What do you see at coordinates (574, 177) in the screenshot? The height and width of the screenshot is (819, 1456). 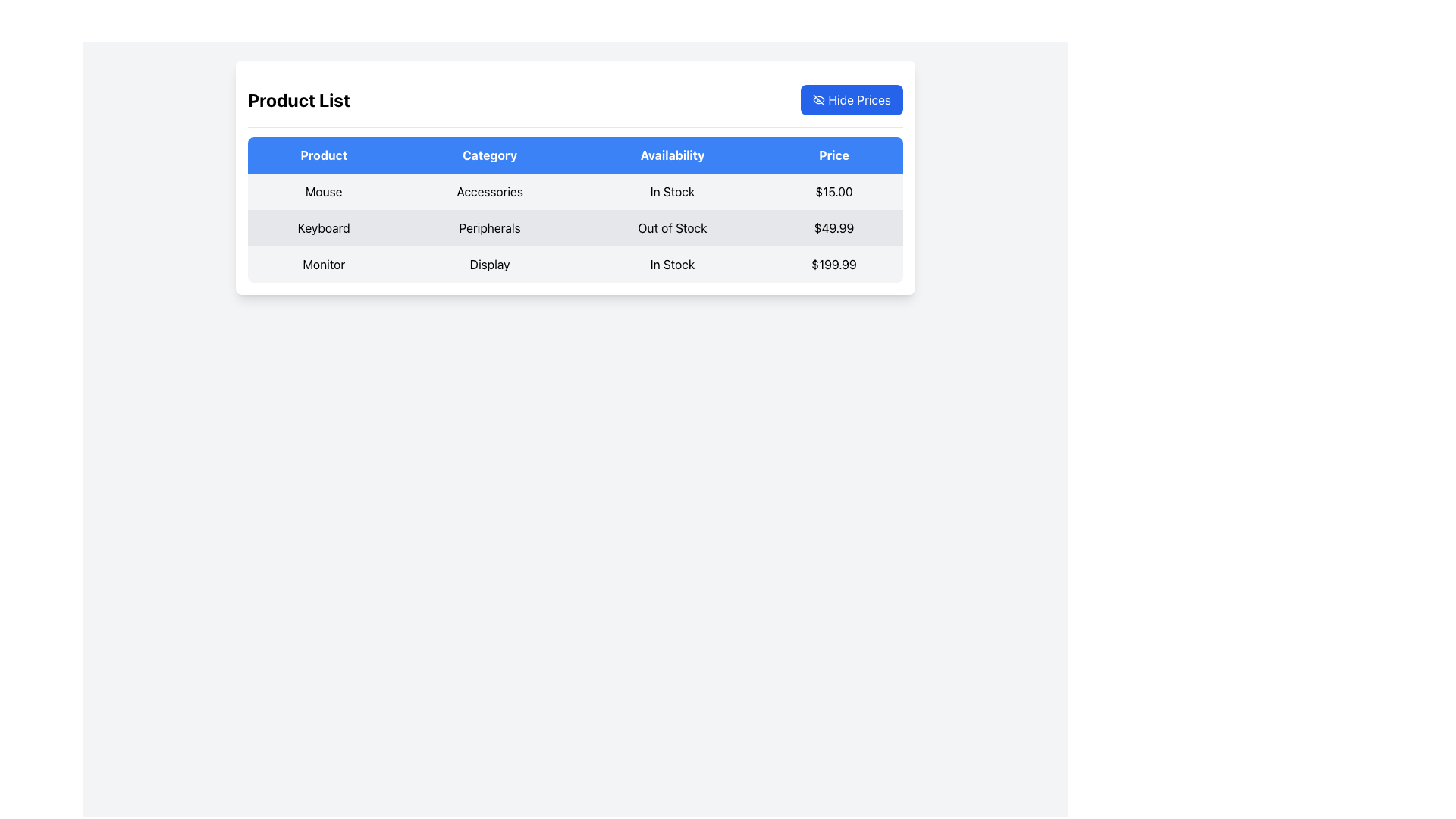 I see `the rows of the centrally located Data Table with a white background and blue headers for potential interaction` at bounding box center [574, 177].